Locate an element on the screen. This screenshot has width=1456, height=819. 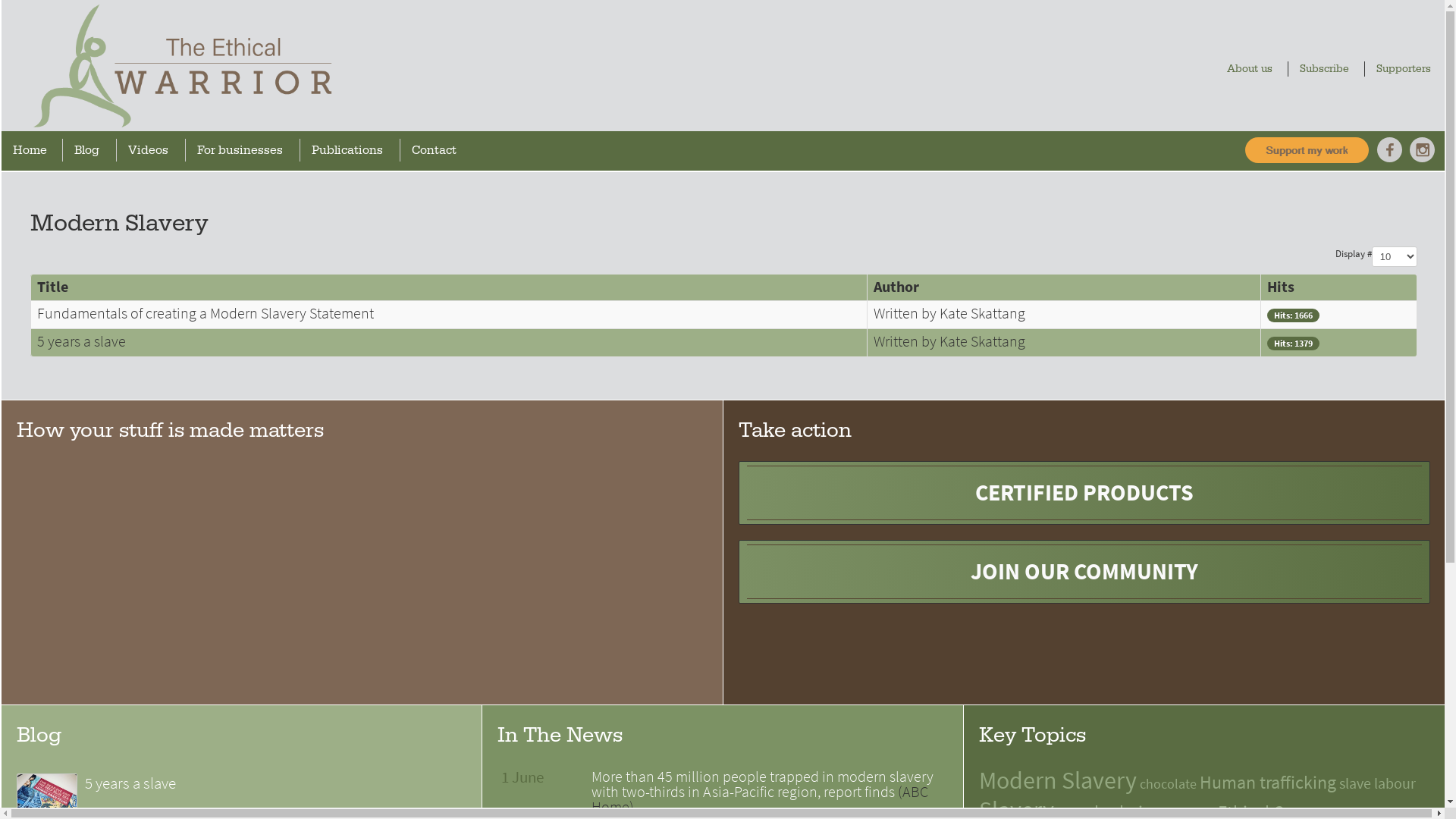
'(ABC Home)' is located at coordinates (760, 799).